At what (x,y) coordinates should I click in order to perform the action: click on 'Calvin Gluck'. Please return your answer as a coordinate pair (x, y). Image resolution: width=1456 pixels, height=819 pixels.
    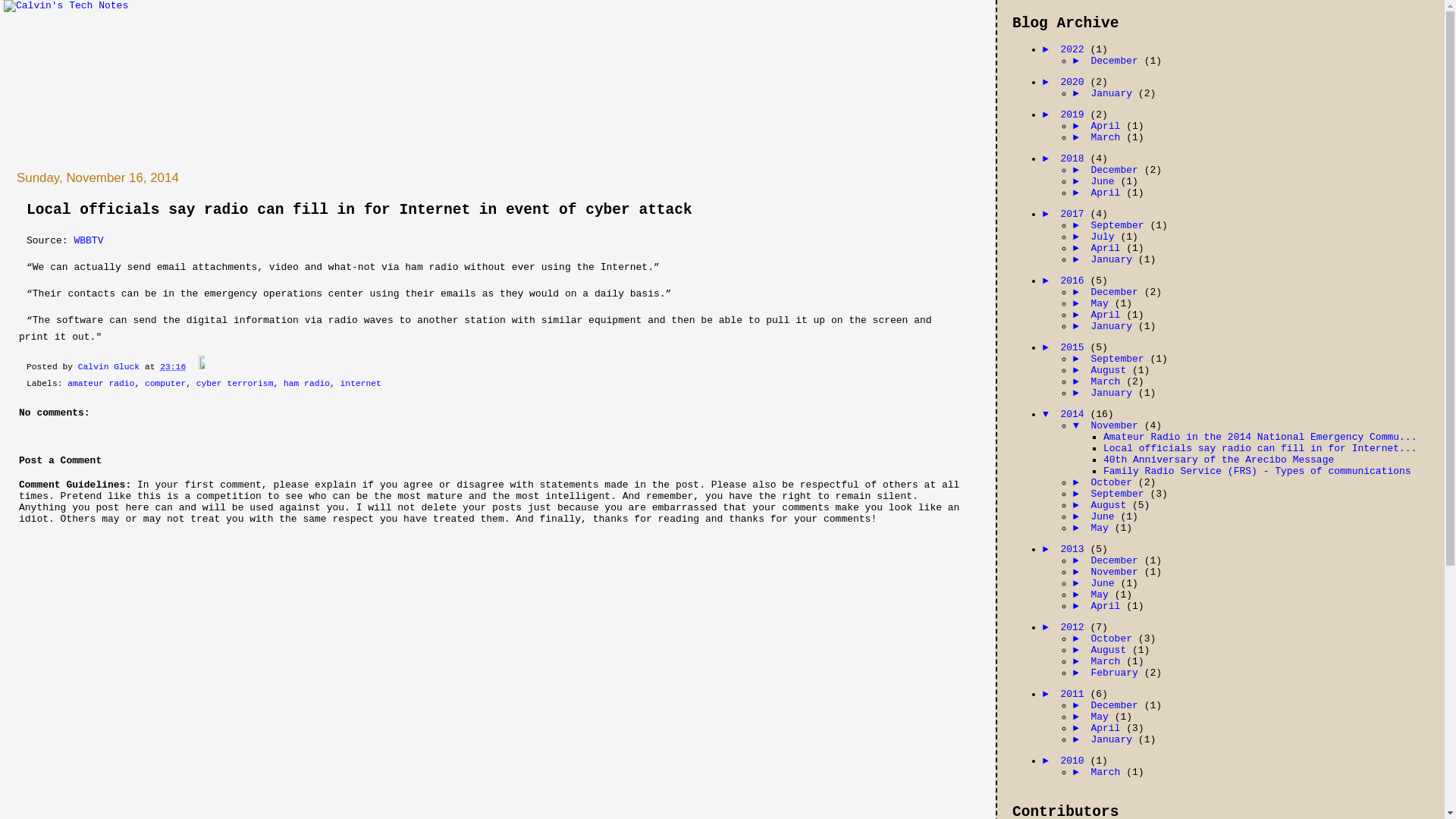
    Looking at the image, I should click on (111, 366).